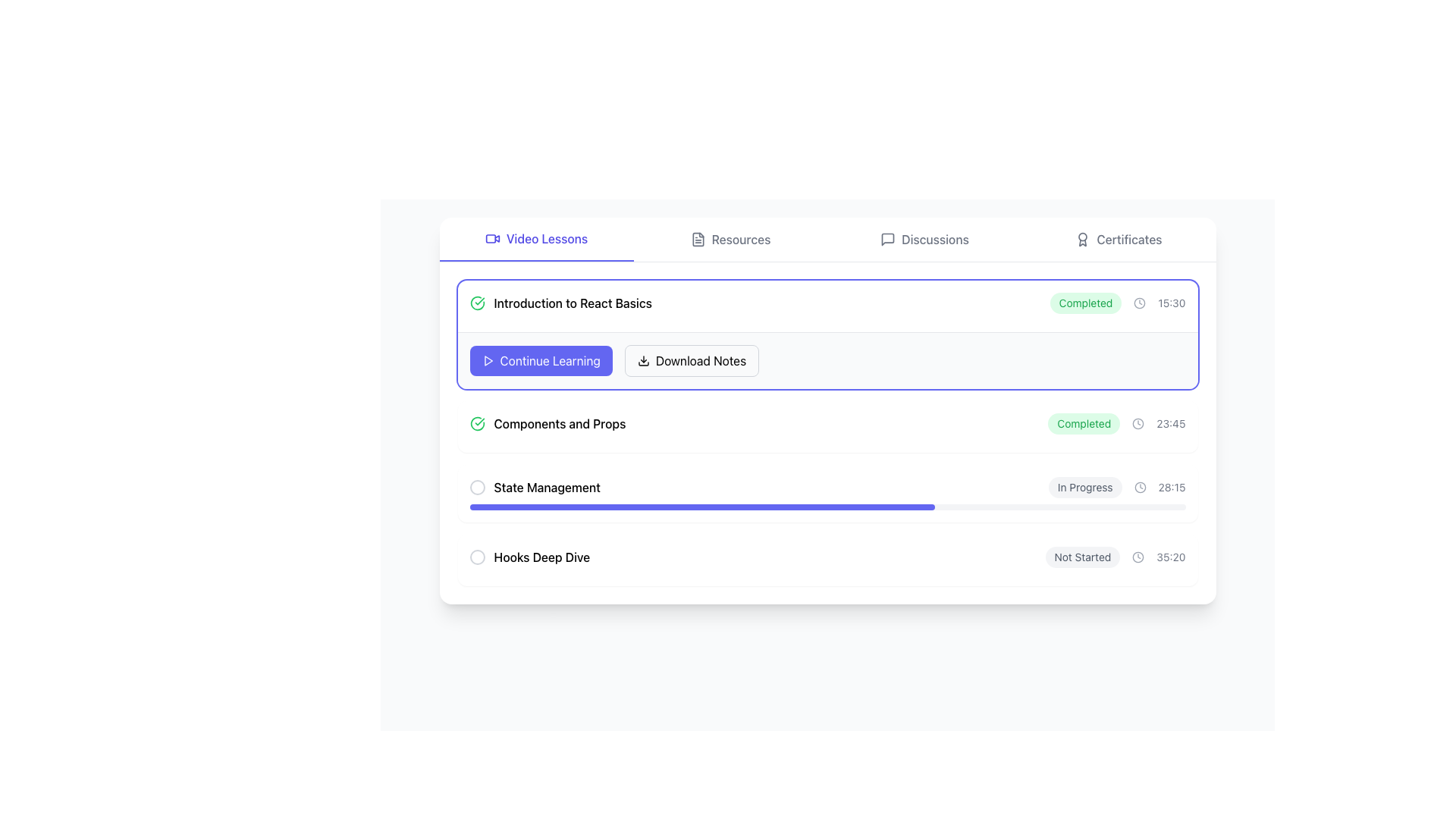 The image size is (1456, 819). I want to click on the completion icon located to the left of the 'Components and Props' text in the second list item to indicate the completion status of this section, so click(476, 424).